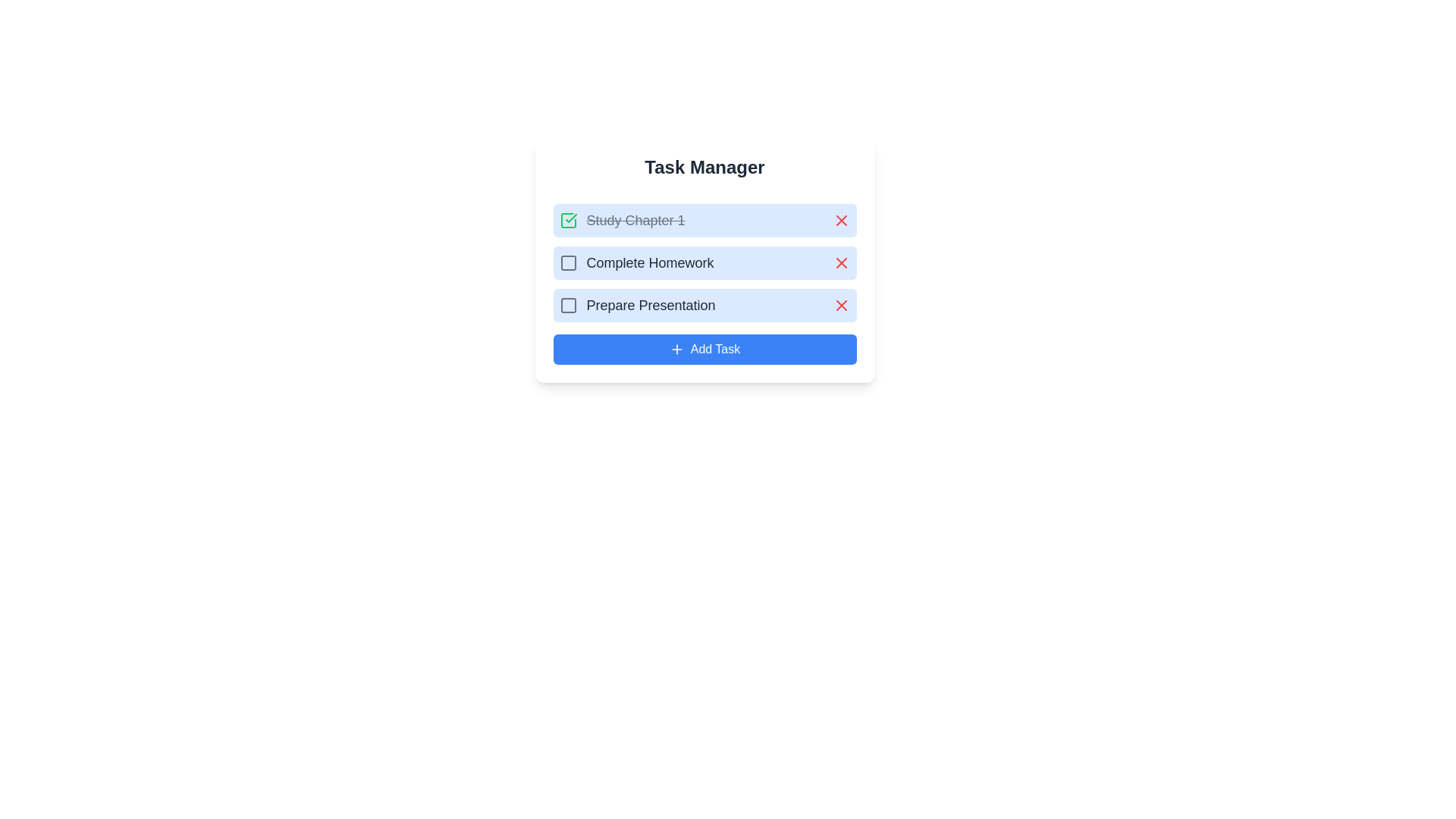 Image resolution: width=1456 pixels, height=819 pixels. Describe the element at coordinates (567, 262) in the screenshot. I see `the 'Complete Homework' checkbox` at that location.